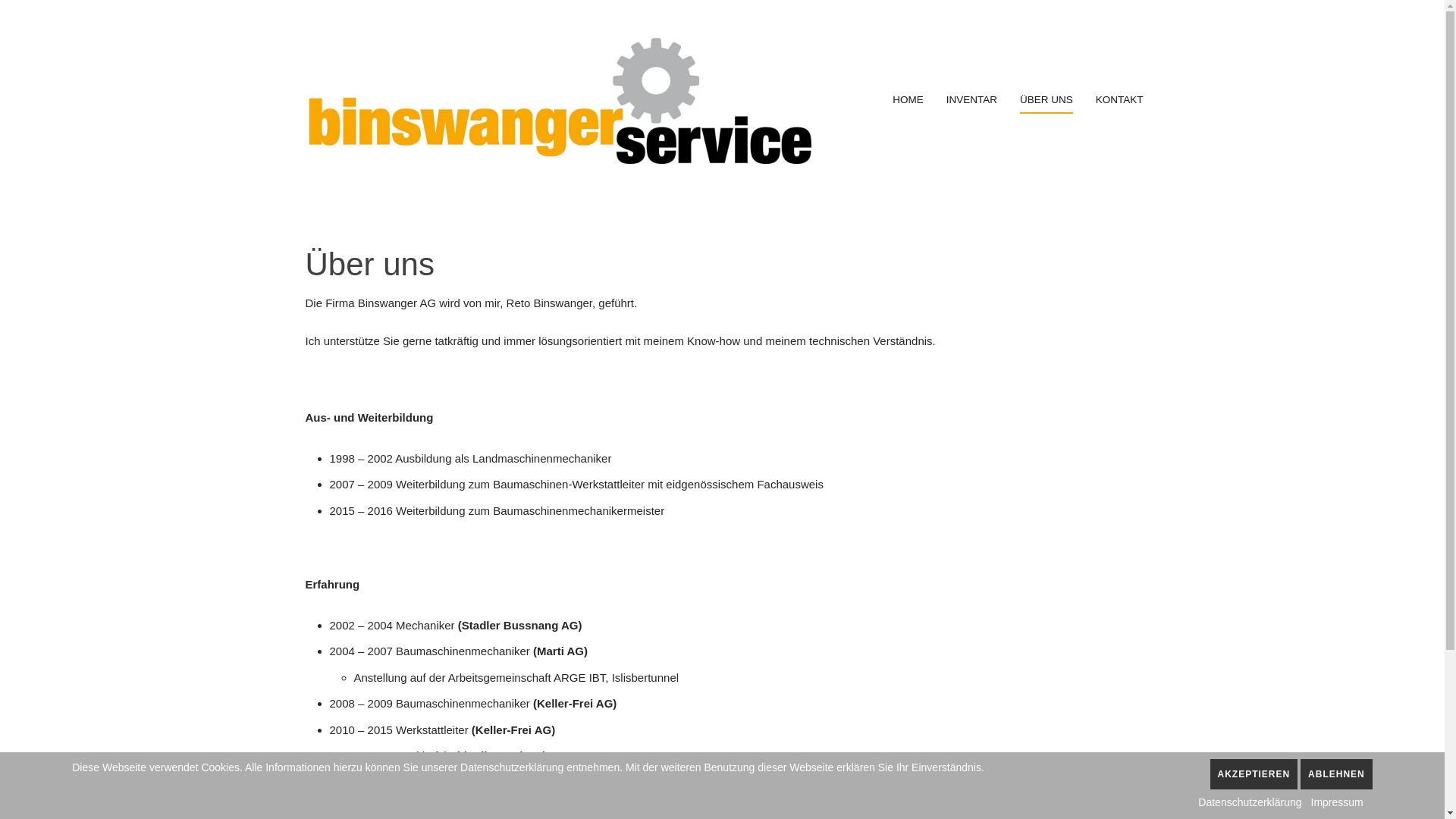 This screenshot has width=1456, height=819. I want to click on 'INVENTAR', so click(971, 99).